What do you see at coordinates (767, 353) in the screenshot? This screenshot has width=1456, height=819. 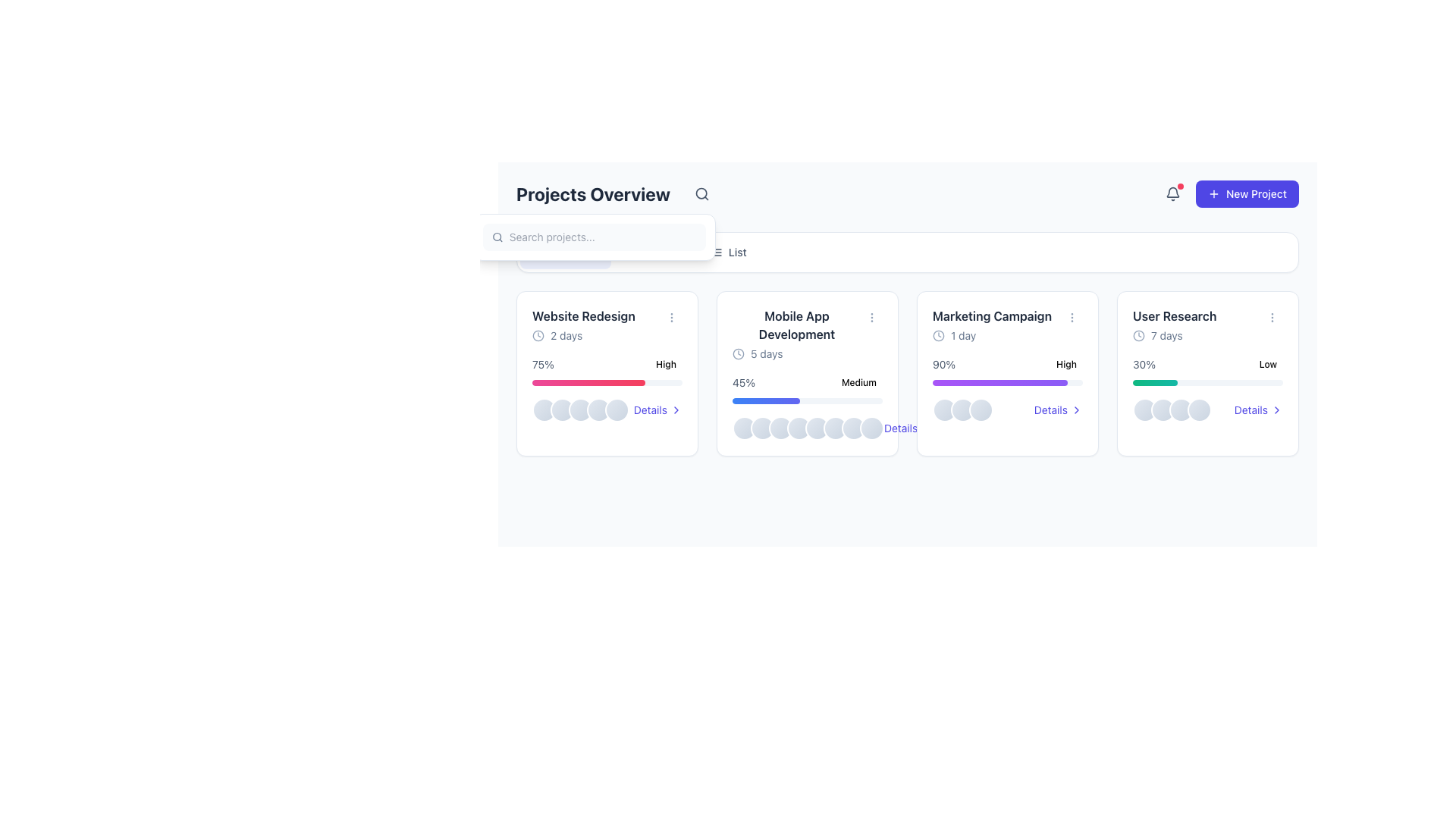 I see `the text label displaying the duration or timeline information for the 'Mobile App Development' task, which is the second item in the horizontal arrangement of components within the card` at bounding box center [767, 353].